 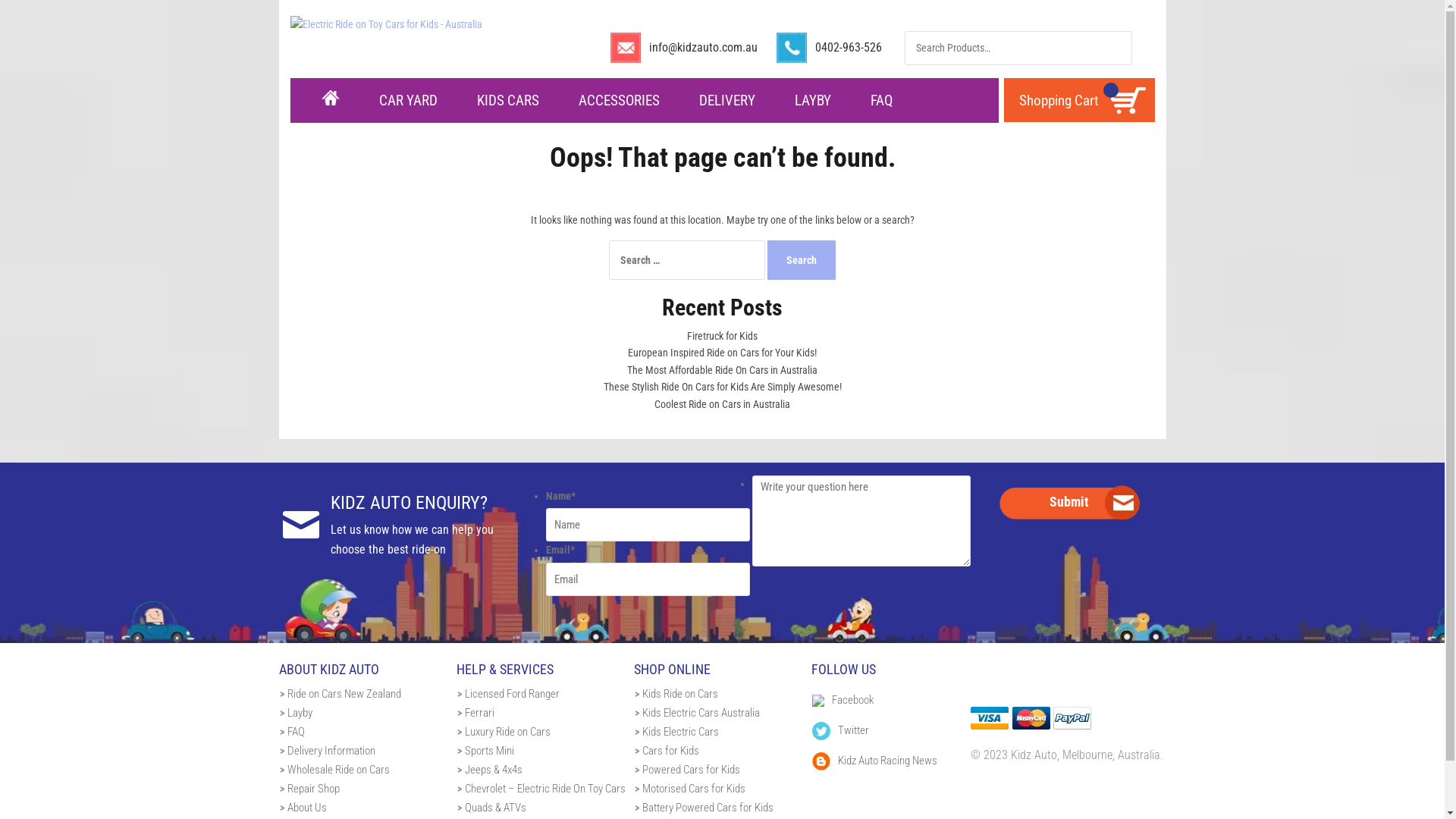 What do you see at coordinates (679, 730) in the screenshot?
I see `'Kids Electric Cars'` at bounding box center [679, 730].